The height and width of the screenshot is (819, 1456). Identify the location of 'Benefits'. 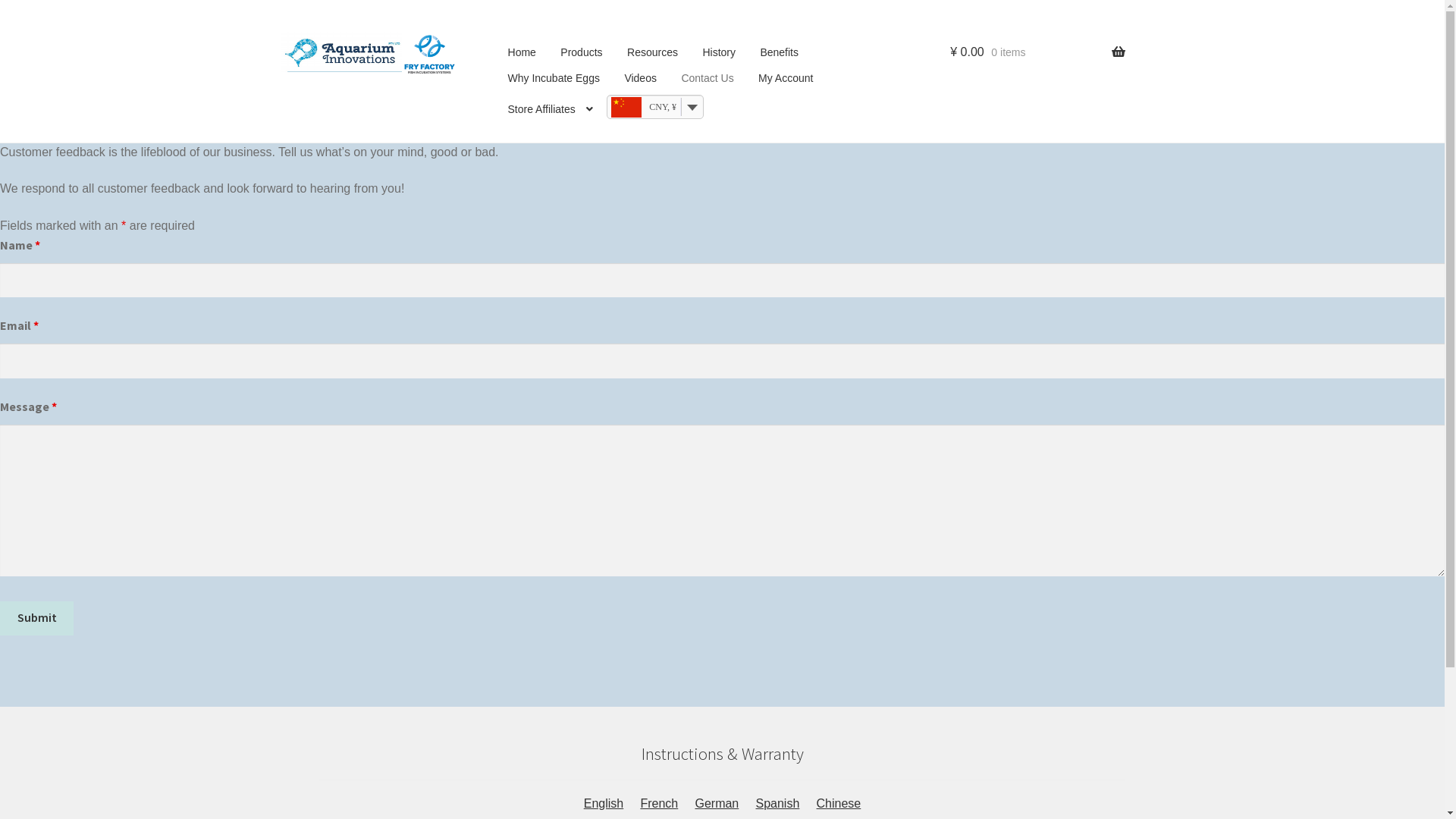
(779, 55).